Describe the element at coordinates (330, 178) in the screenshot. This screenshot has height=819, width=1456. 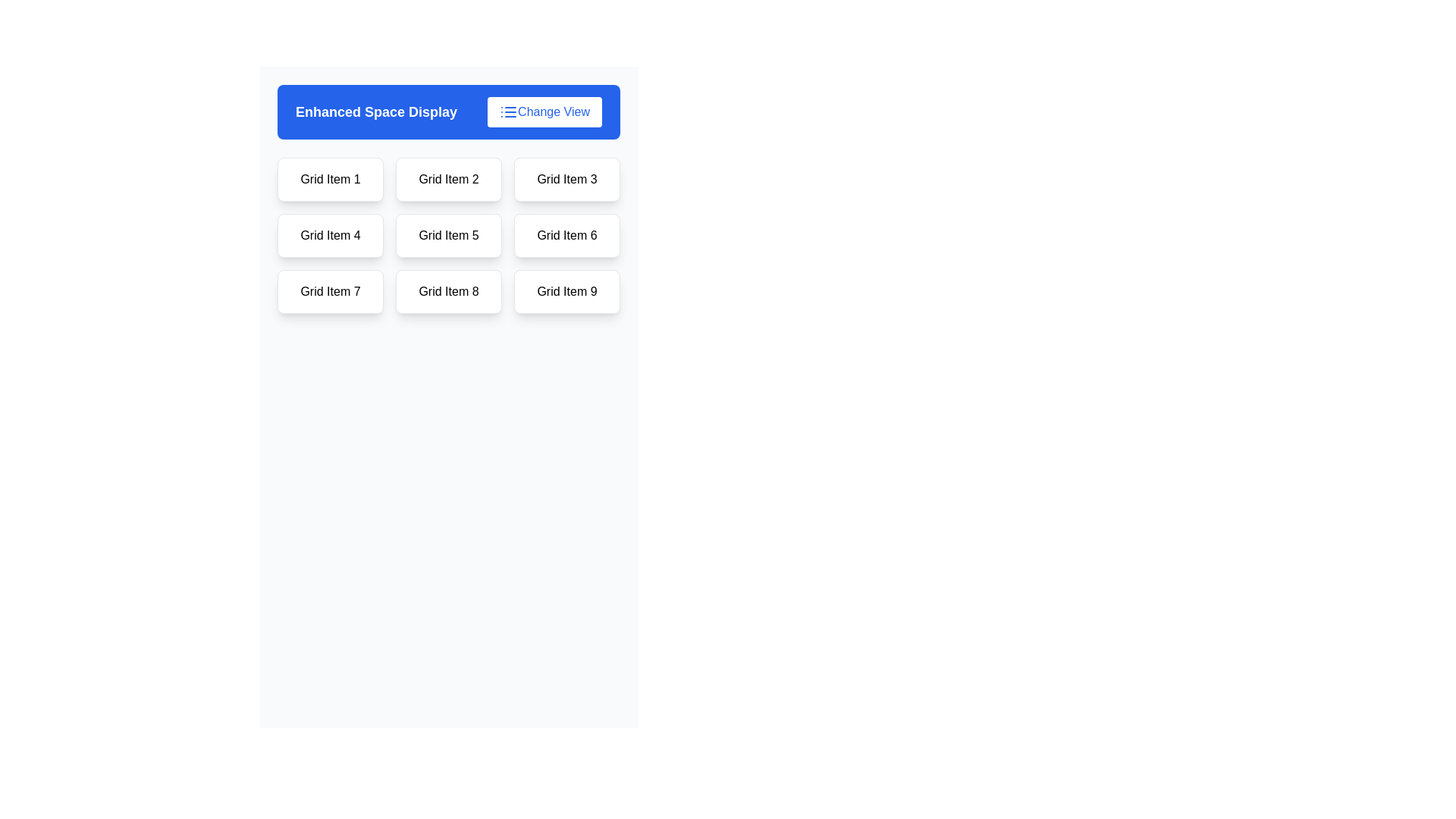
I see `the Card or Grid Item titled 'Grid Item 1' located in the top-left corner of the grid` at that location.